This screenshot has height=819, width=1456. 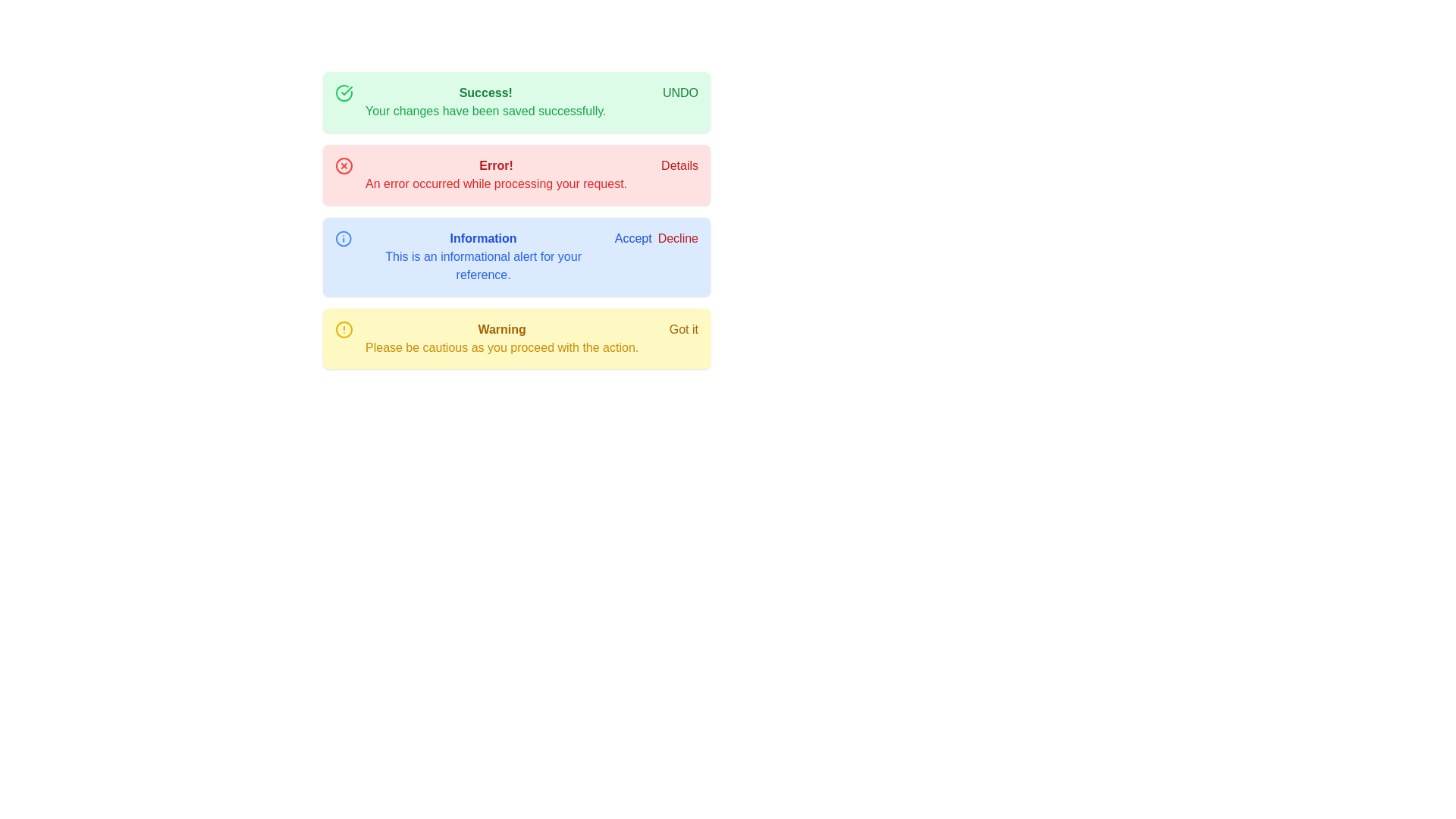 I want to click on the error icon located in the upper-left corner of the error notification component, adjacent to the main text 'Error!' in the second alert box from the top, so click(x=344, y=166).